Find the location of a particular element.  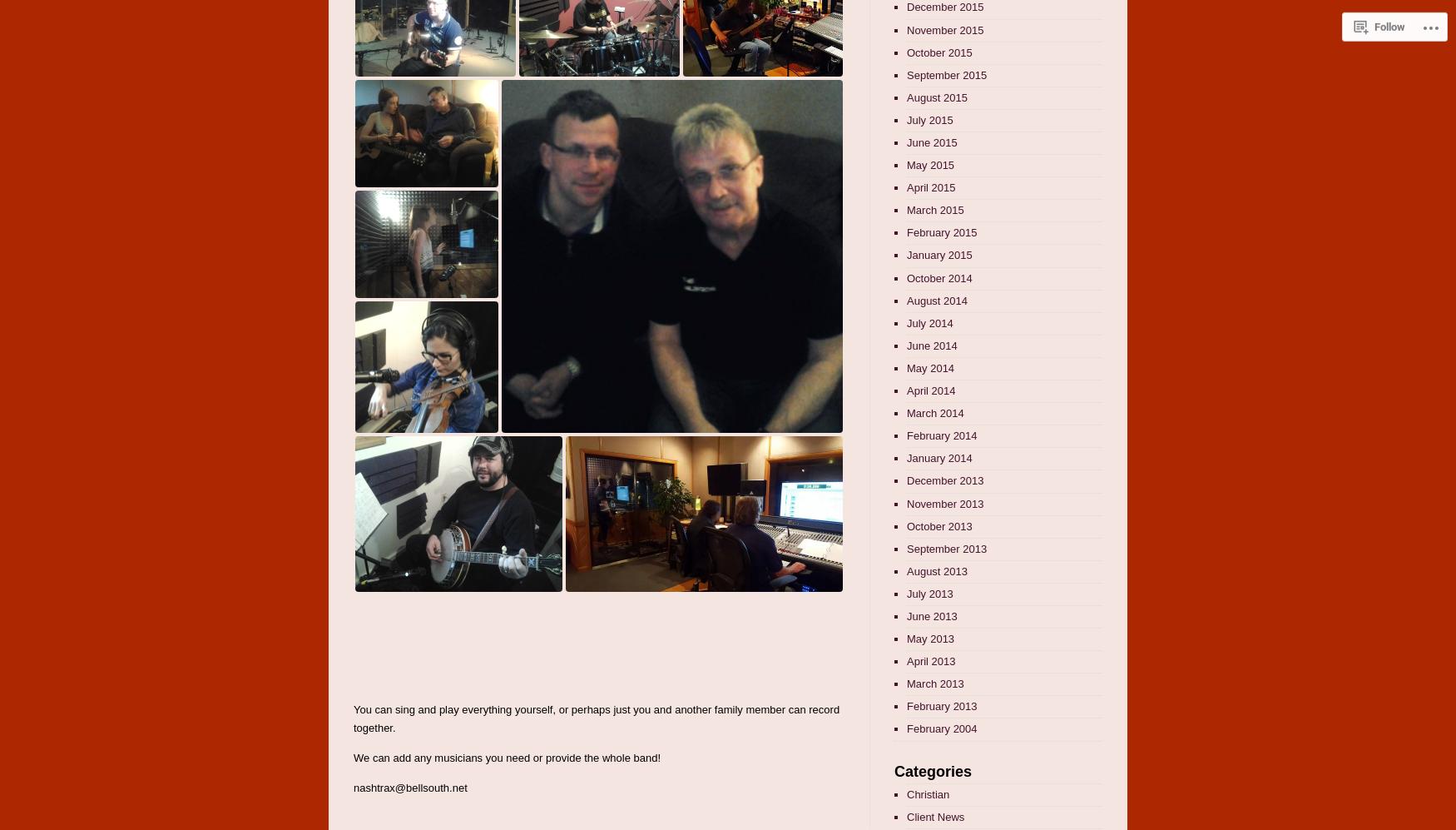

'January 2014' is located at coordinates (938, 458).